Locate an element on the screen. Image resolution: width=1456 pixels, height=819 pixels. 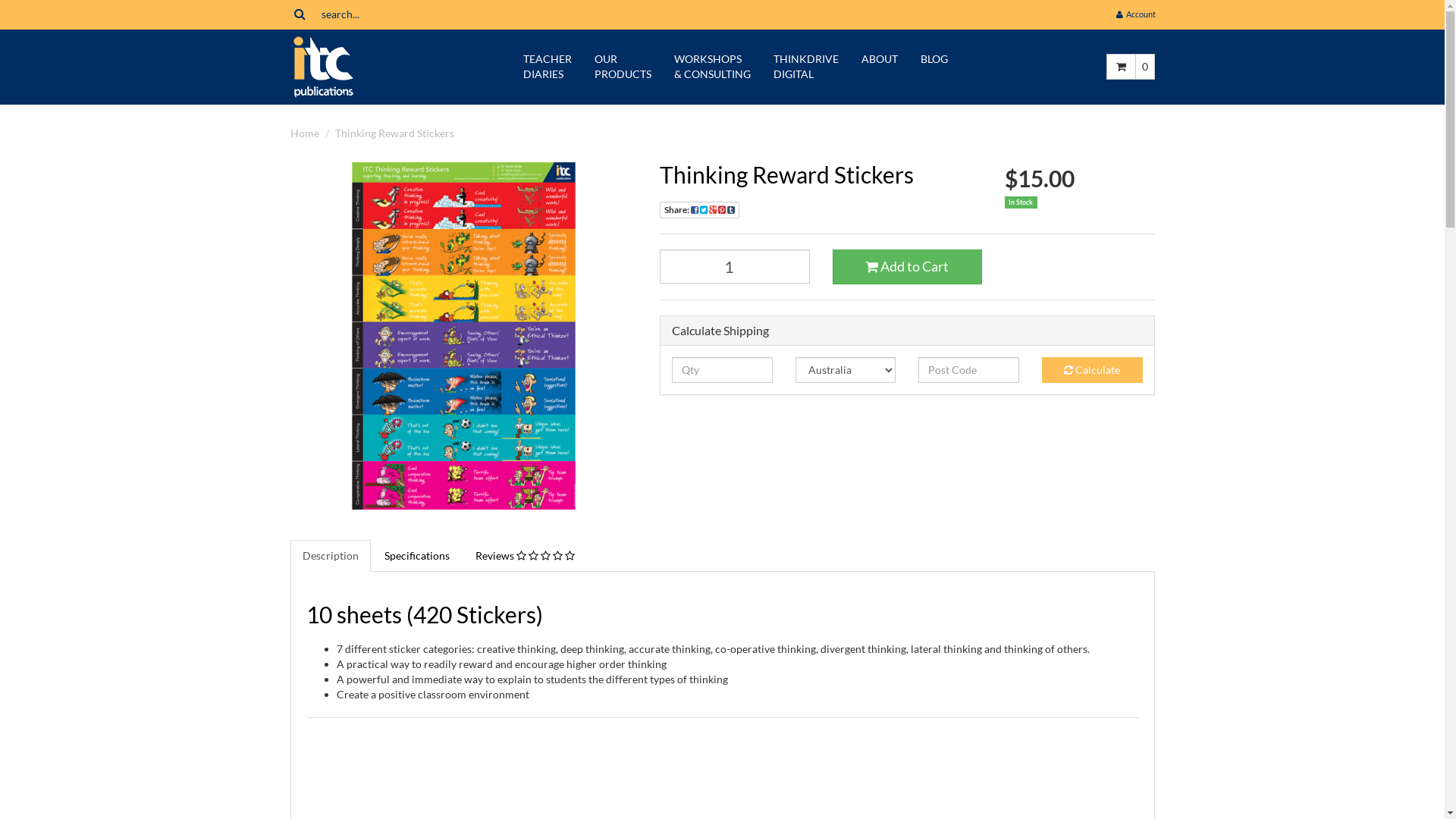
'THINKDRIVE is located at coordinates (805, 66).